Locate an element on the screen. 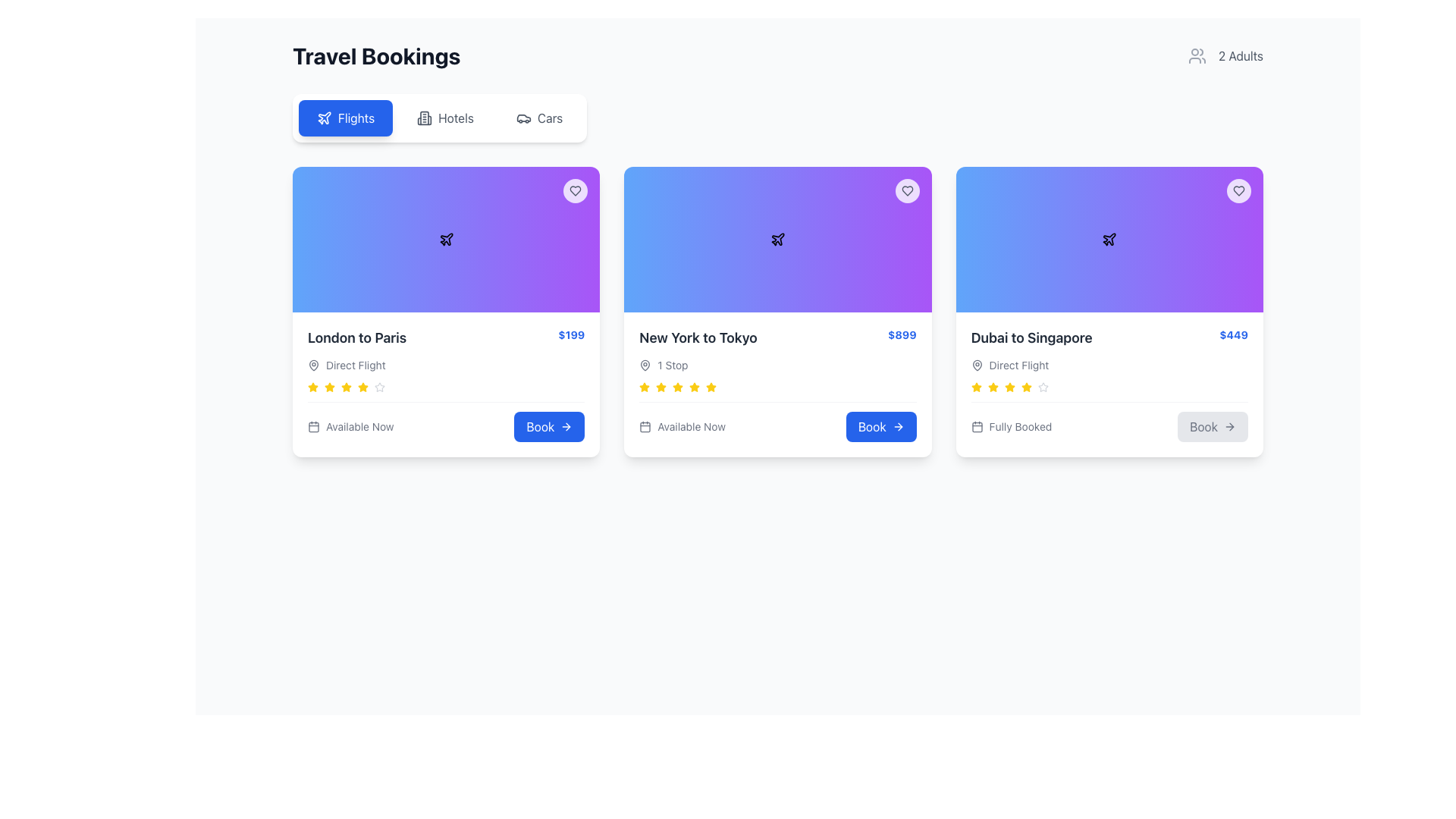 The image size is (1456, 819). the calendar icon located left of the text 'Fully Booked' in the bottom section of the 'Dubai to Singapore' card is located at coordinates (977, 427).